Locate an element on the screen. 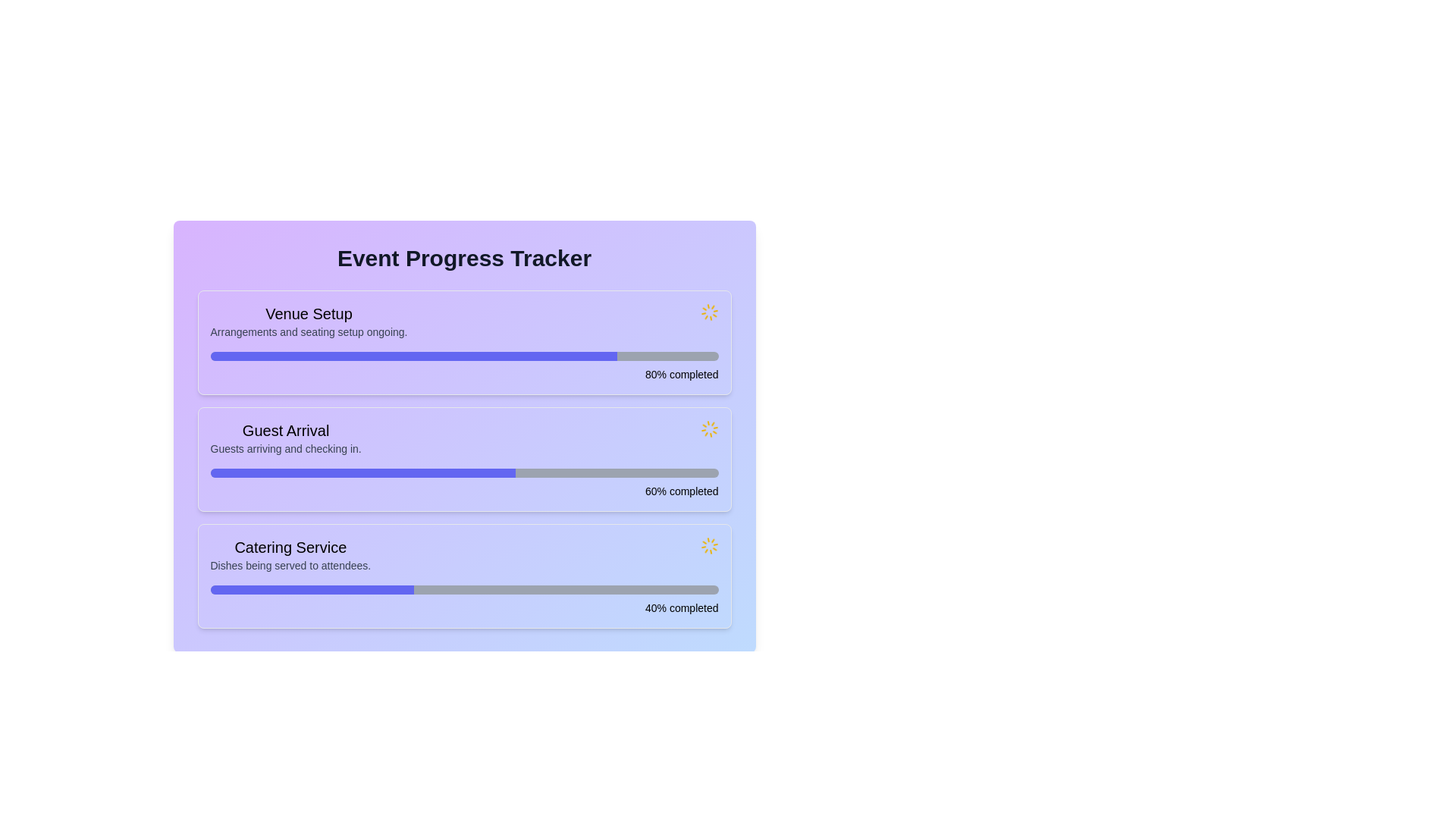 This screenshot has height=819, width=1456. the rotating yellow loader icon located at the top-right corner of the 'Venue Setup' section is located at coordinates (708, 321).